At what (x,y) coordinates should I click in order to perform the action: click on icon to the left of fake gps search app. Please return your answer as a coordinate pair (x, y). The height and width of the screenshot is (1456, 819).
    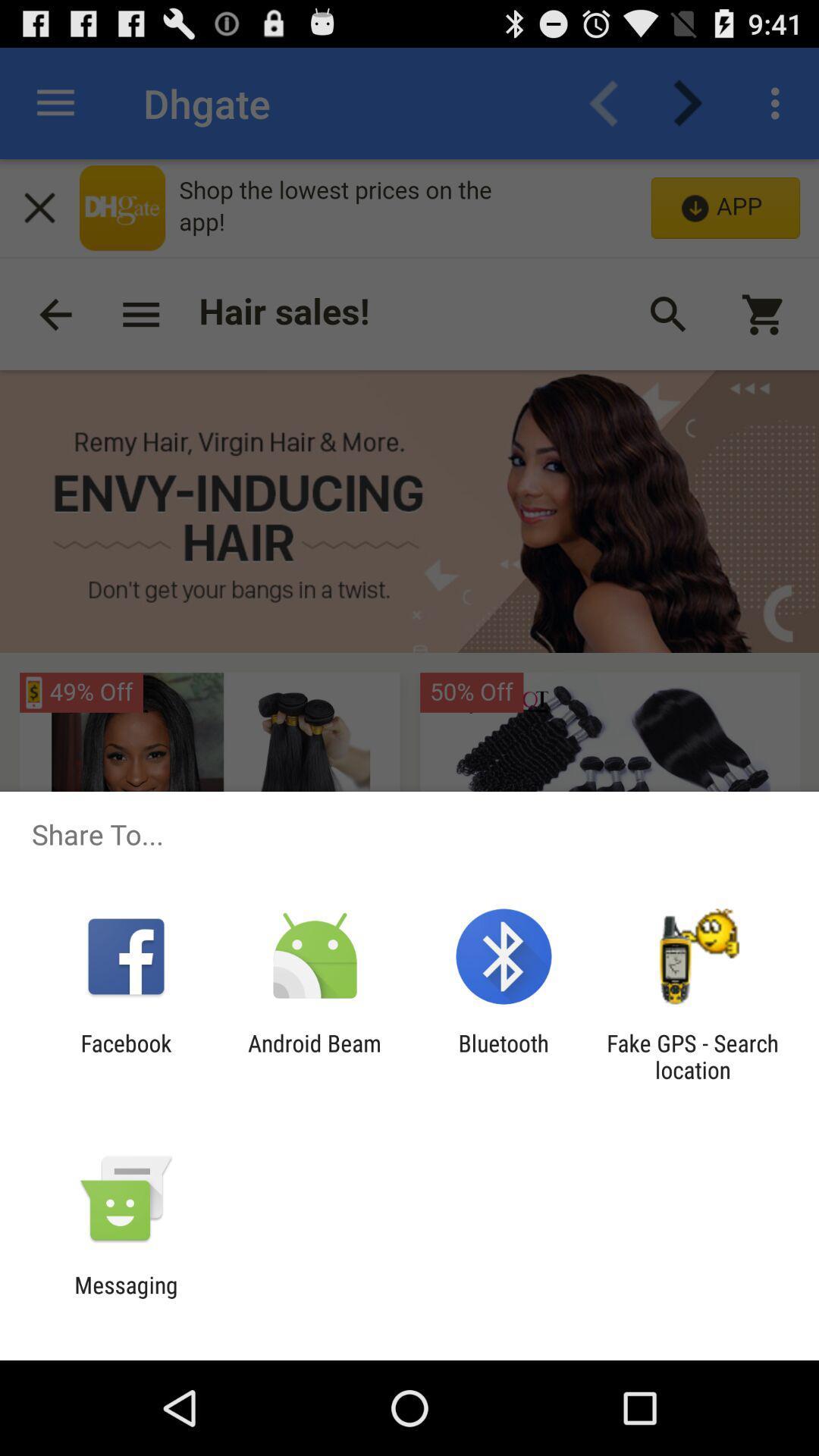
    Looking at the image, I should click on (504, 1056).